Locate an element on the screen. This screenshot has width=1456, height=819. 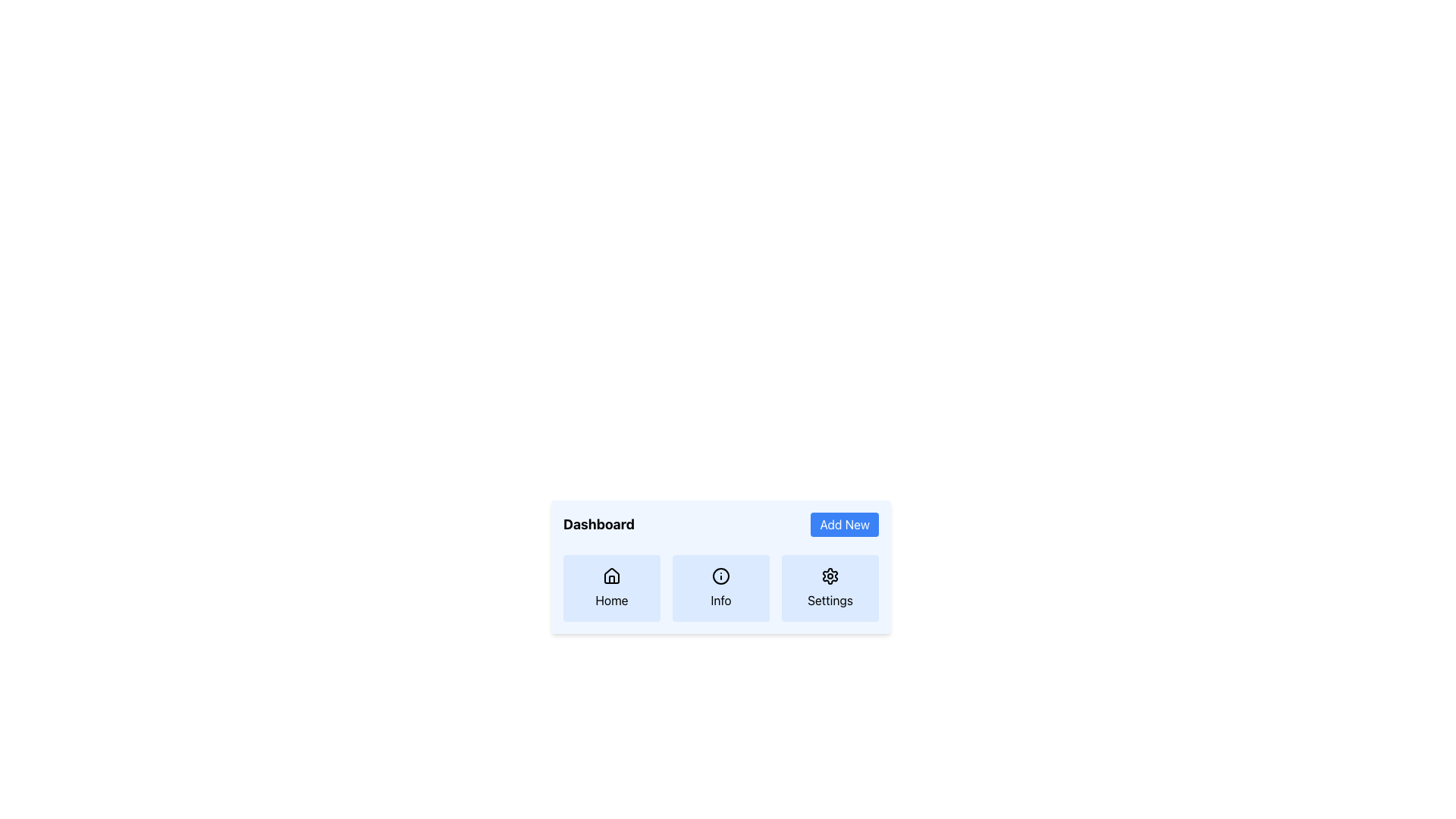
the interactive button labeled 'Info' with a circular letter 'i' icon, located in the middle column of a three-column grid is located at coordinates (720, 587).